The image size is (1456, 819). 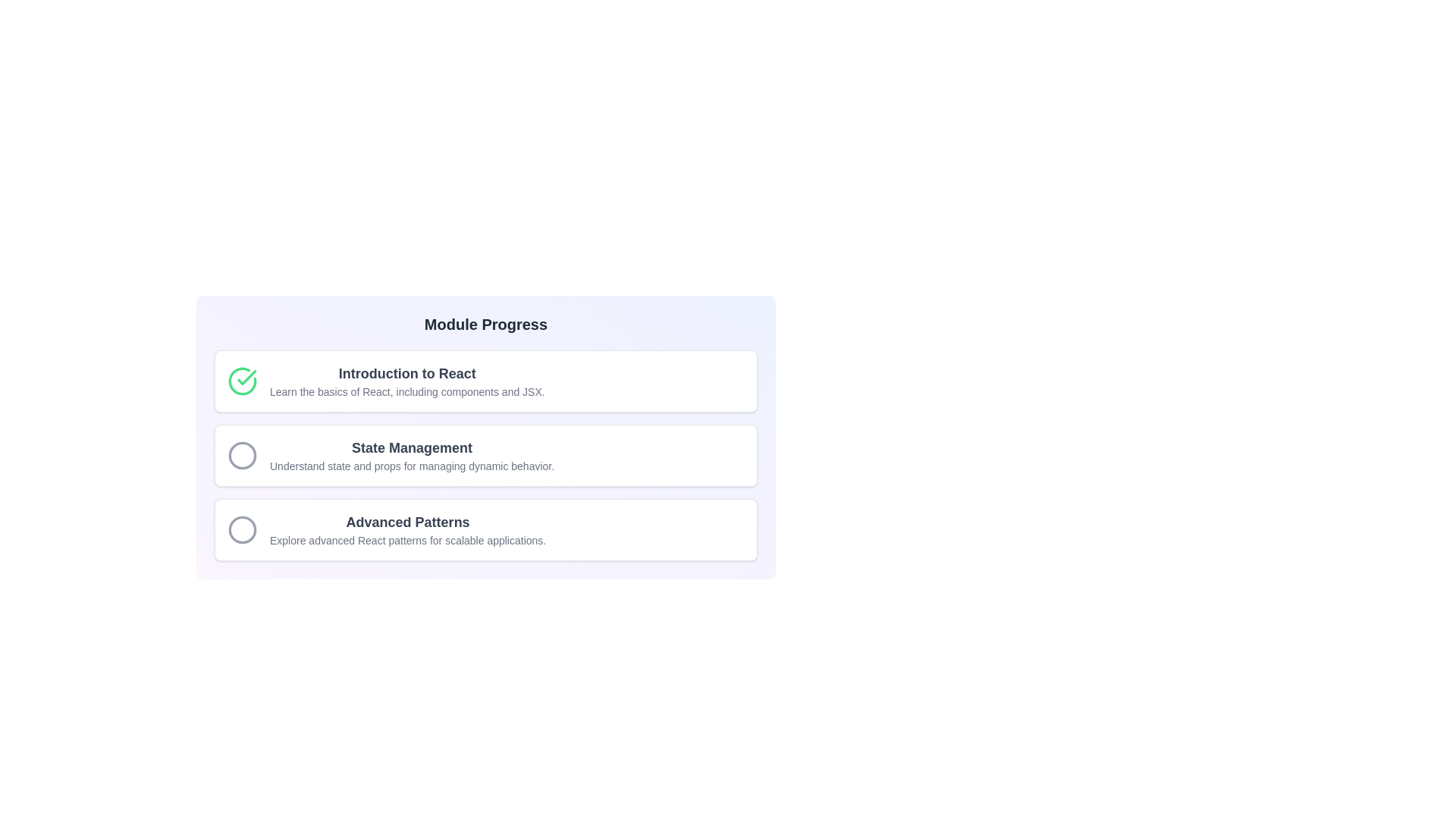 I want to click on the first informational text block under the 'Module Progress' heading, which provides a module descriptor with a title and brief explanation, indicated by its position directly below the heading and to the right of a green checkmark icon, so click(x=407, y=380).